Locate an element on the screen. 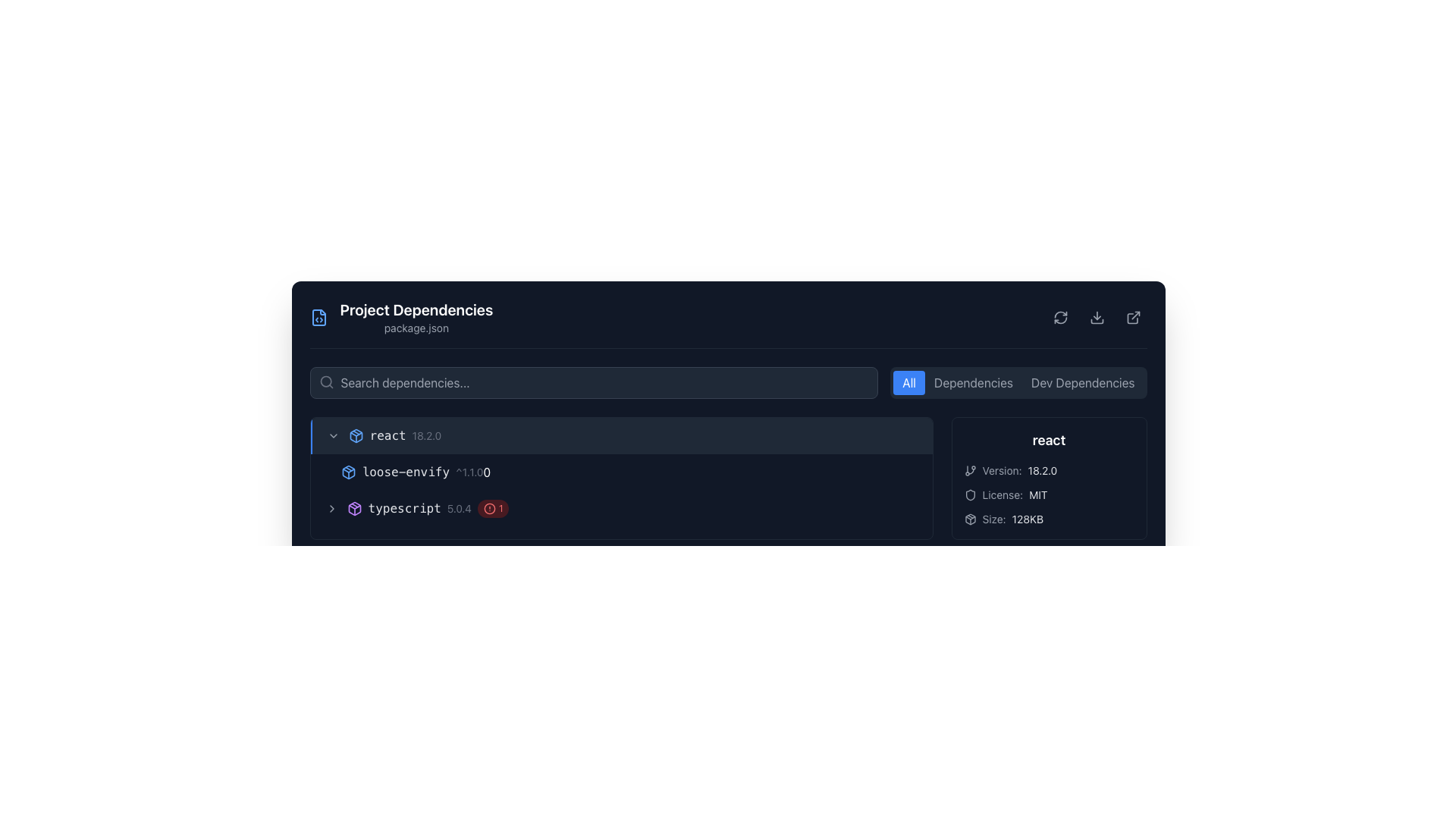  the informational text label that specifies the context for 'package.json', located beneath the 'Project Dependencies' title is located at coordinates (416, 327).